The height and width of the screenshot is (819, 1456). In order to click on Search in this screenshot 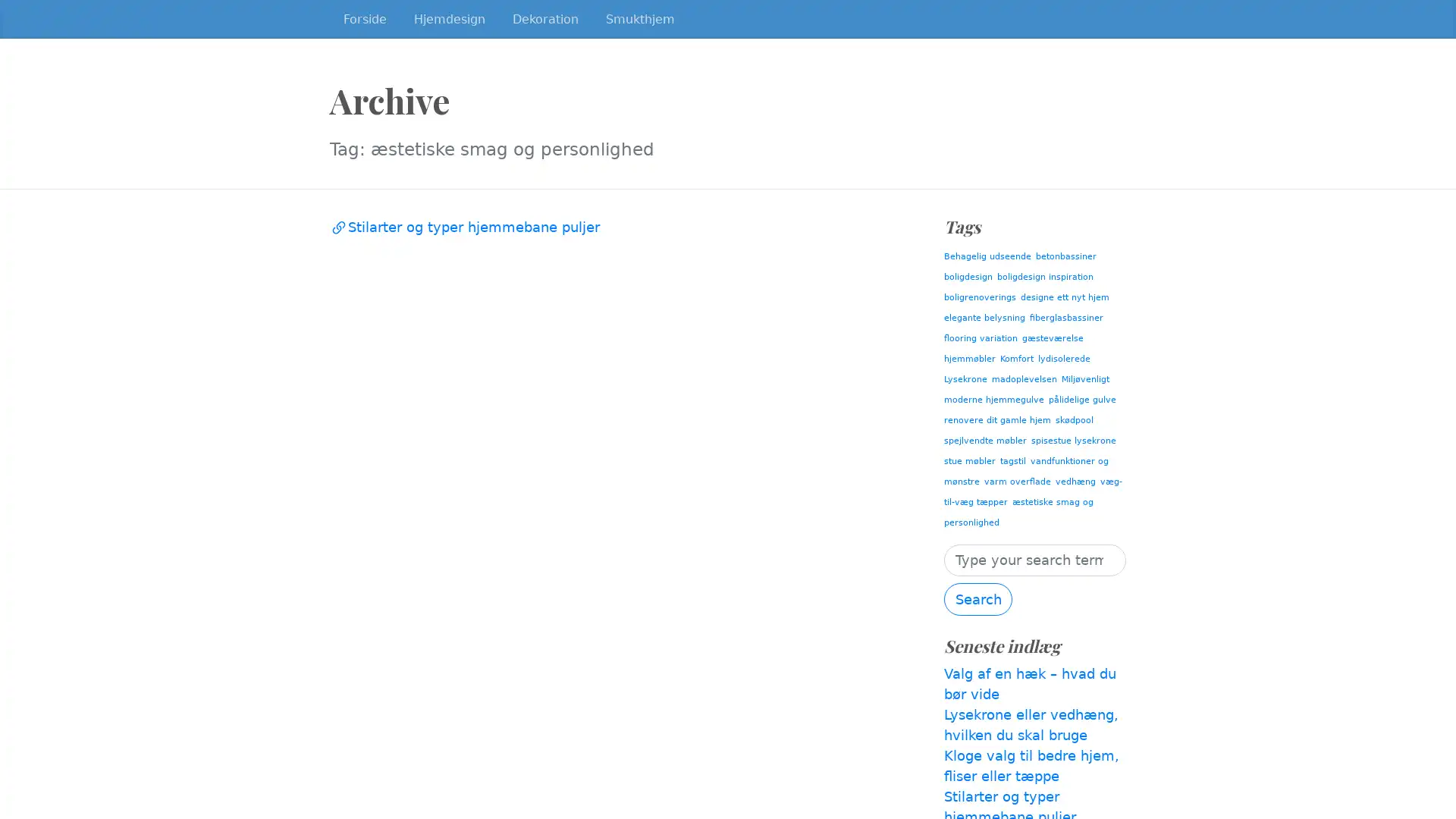, I will do `click(978, 598)`.